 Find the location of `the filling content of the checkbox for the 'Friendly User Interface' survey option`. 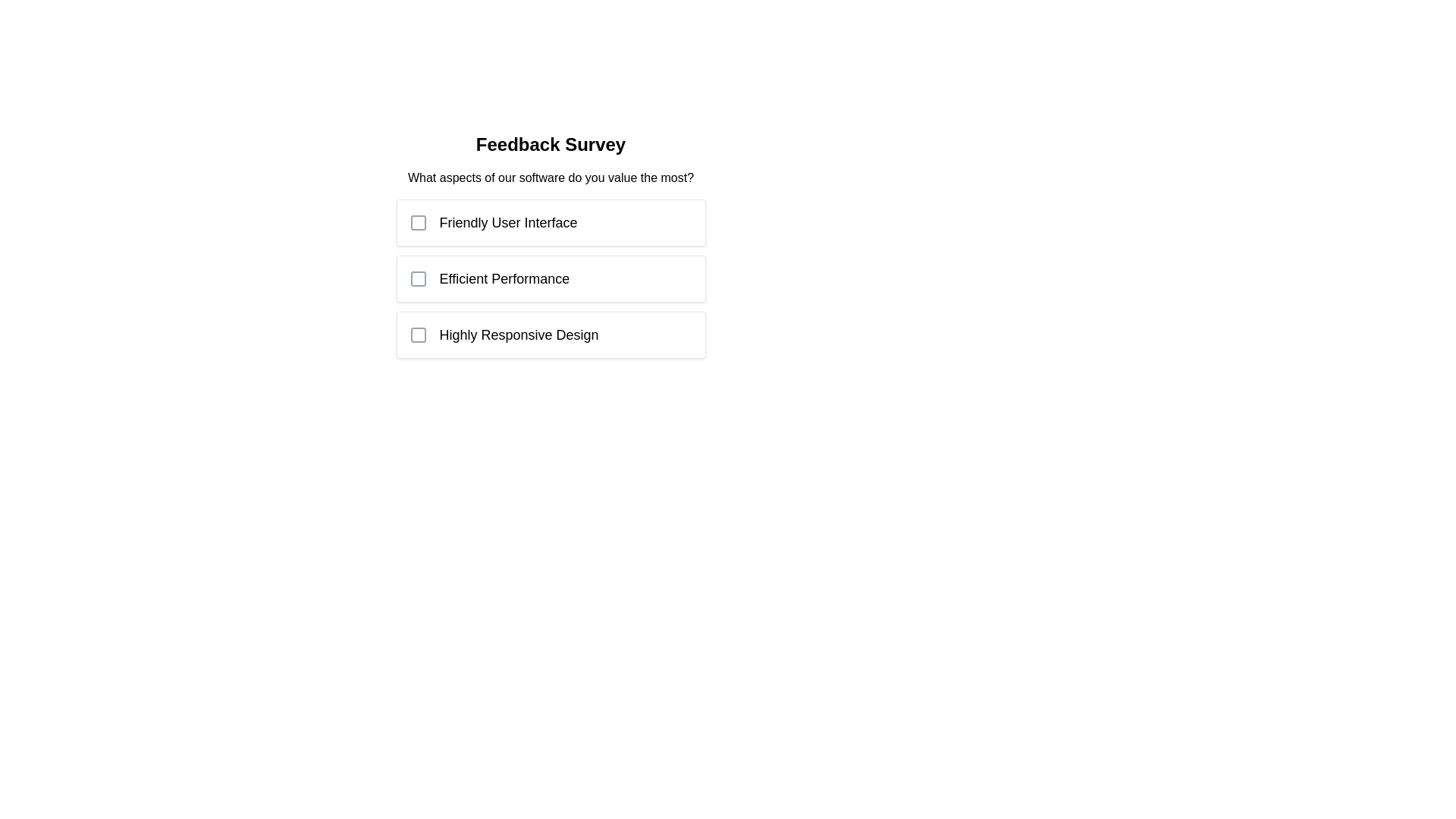

the filling content of the checkbox for the 'Friendly User Interface' survey option is located at coordinates (418, 222).